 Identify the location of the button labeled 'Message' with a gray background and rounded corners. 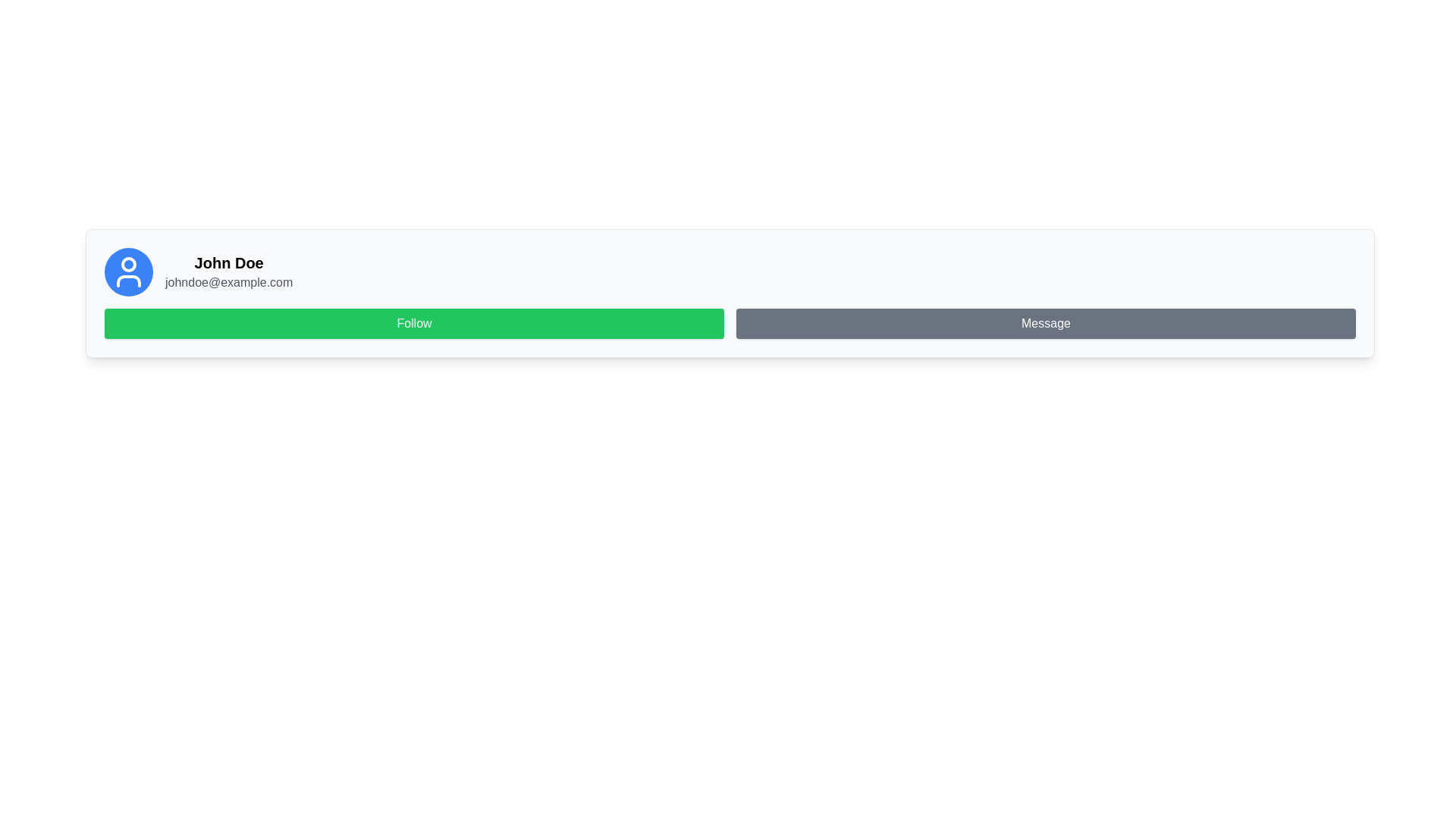
(1045, 323).